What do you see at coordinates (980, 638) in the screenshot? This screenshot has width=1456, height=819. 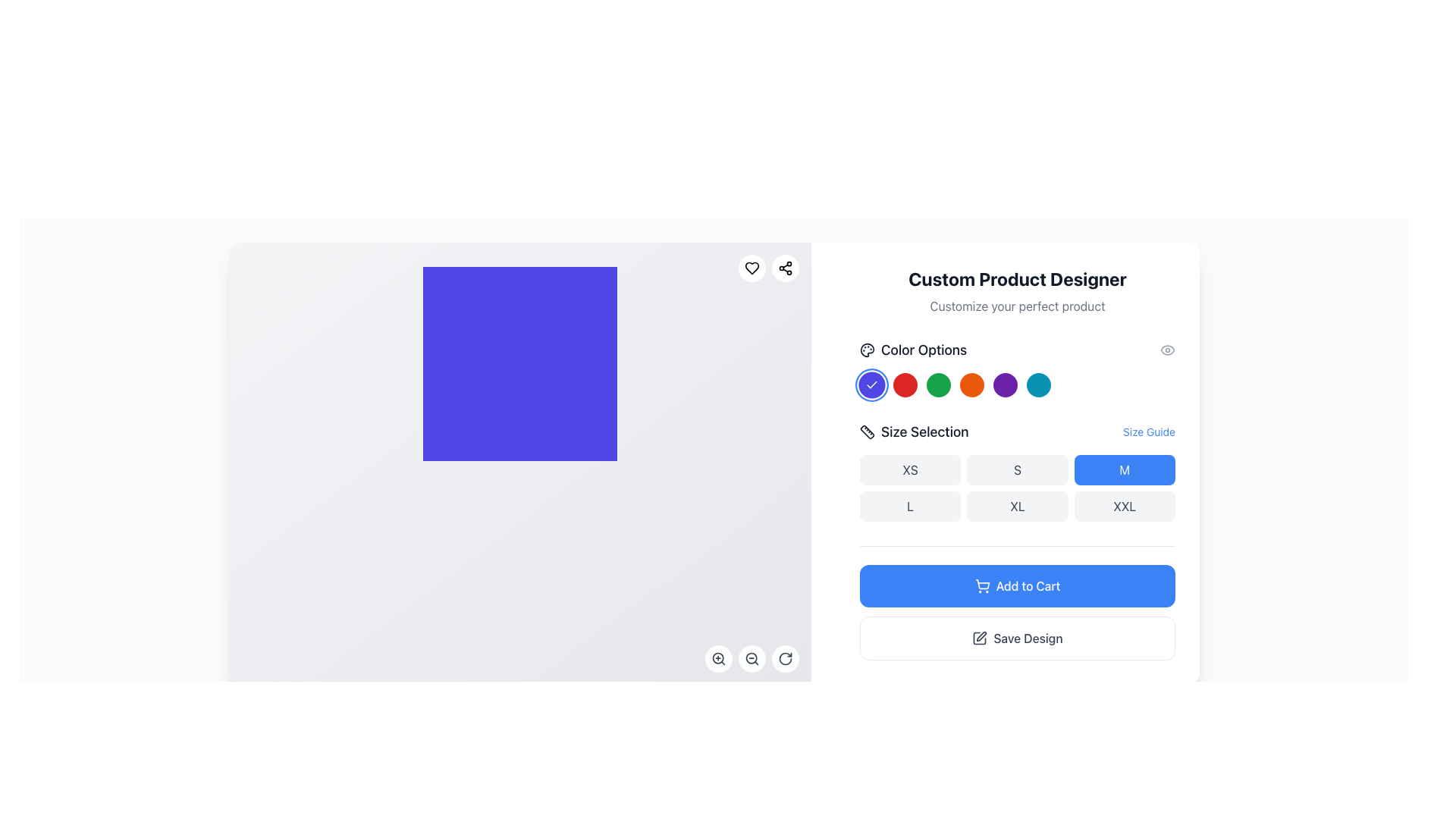 I see `the minimalist pen icon located within the 'Save Design' button, positioned to the left of the text and centered vertically` at bounding box center [980, 638].